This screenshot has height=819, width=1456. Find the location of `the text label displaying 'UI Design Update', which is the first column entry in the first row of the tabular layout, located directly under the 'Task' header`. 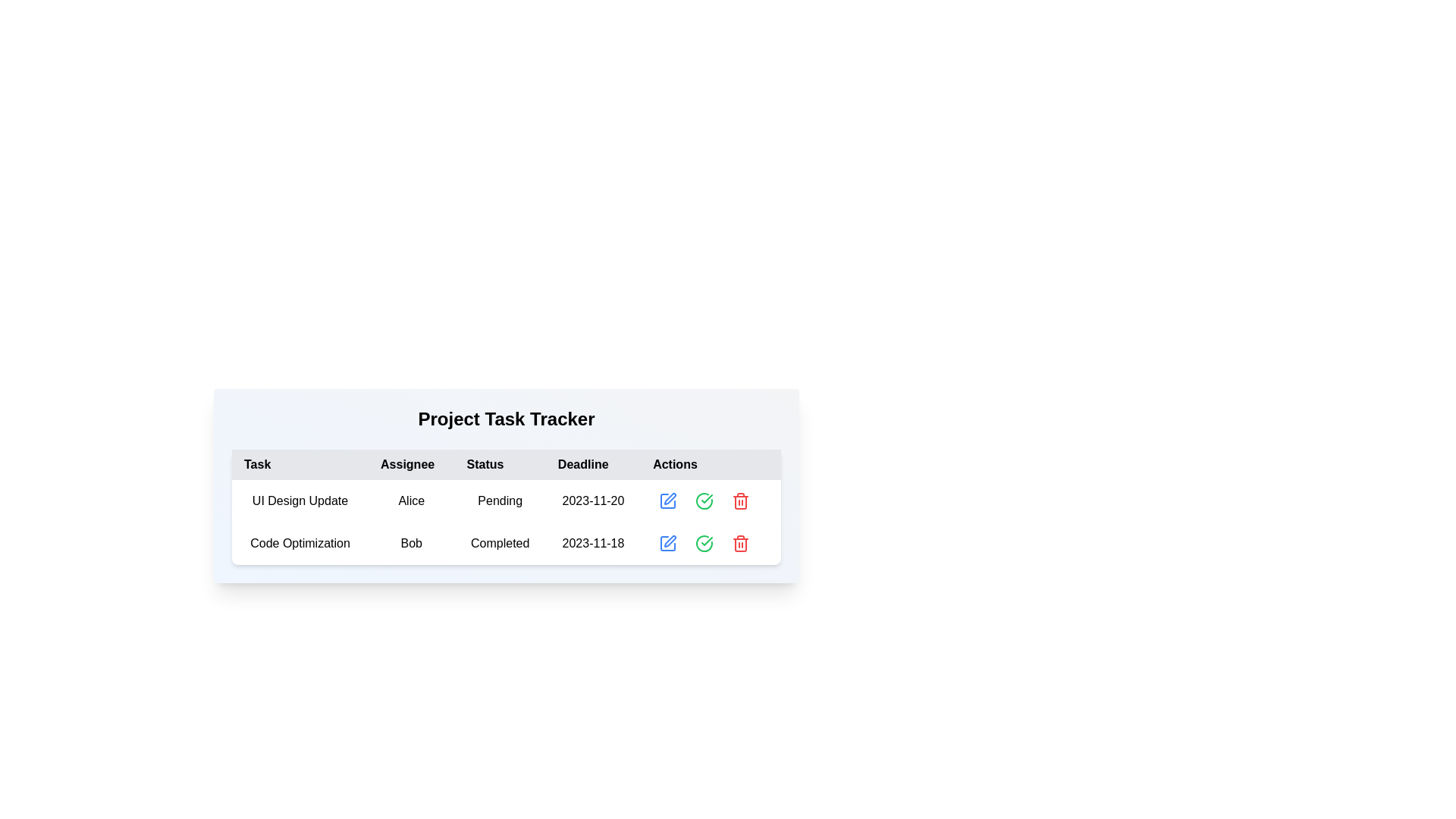

the text label displaying 'UI Design Update', which is the first column entry in the first row of the tabular layout, located directly under the 'Task' header is located at coordinates (300, 500).